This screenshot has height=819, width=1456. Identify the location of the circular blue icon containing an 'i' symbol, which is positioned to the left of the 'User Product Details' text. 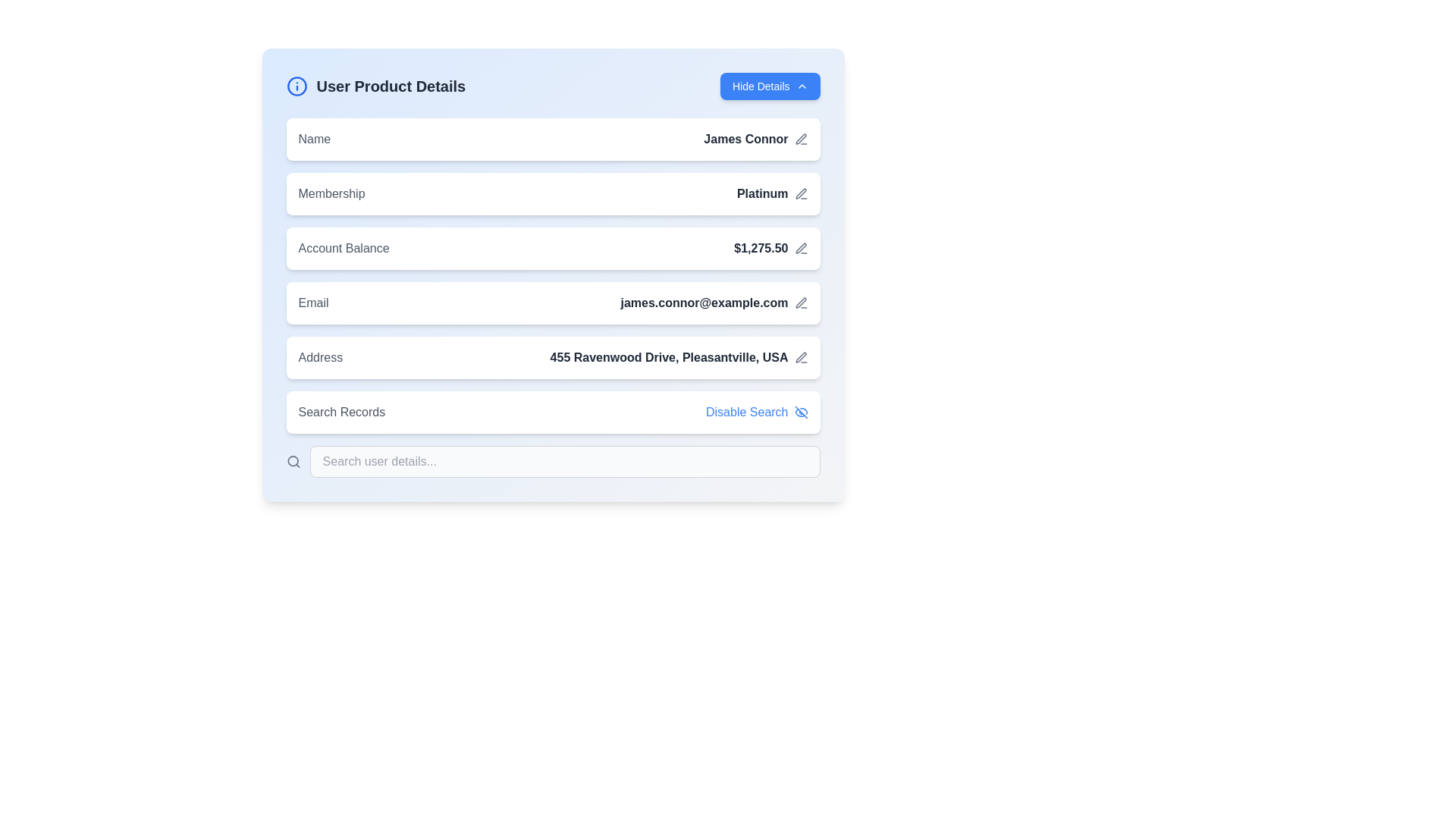
(297, 86).